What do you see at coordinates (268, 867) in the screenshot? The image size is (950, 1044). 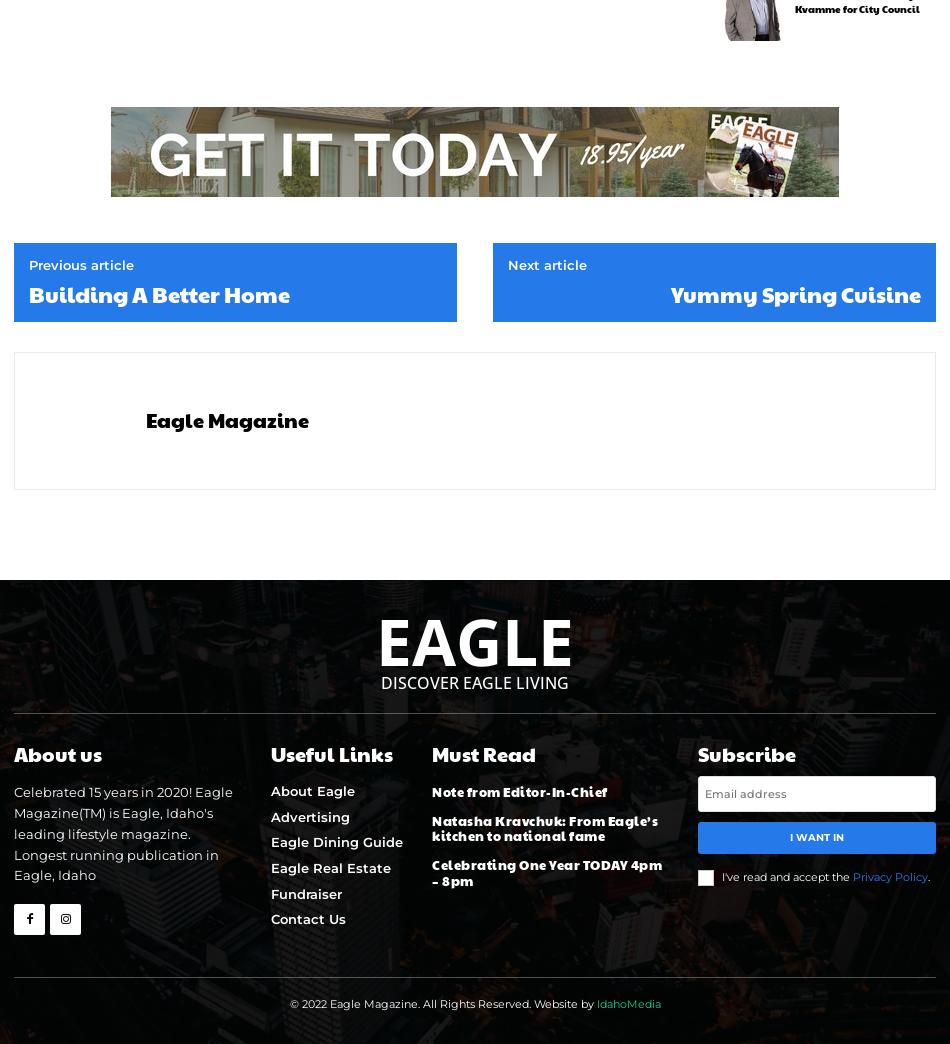 I see `'Eagle Real Estate'` at bounding box center [268, 867].